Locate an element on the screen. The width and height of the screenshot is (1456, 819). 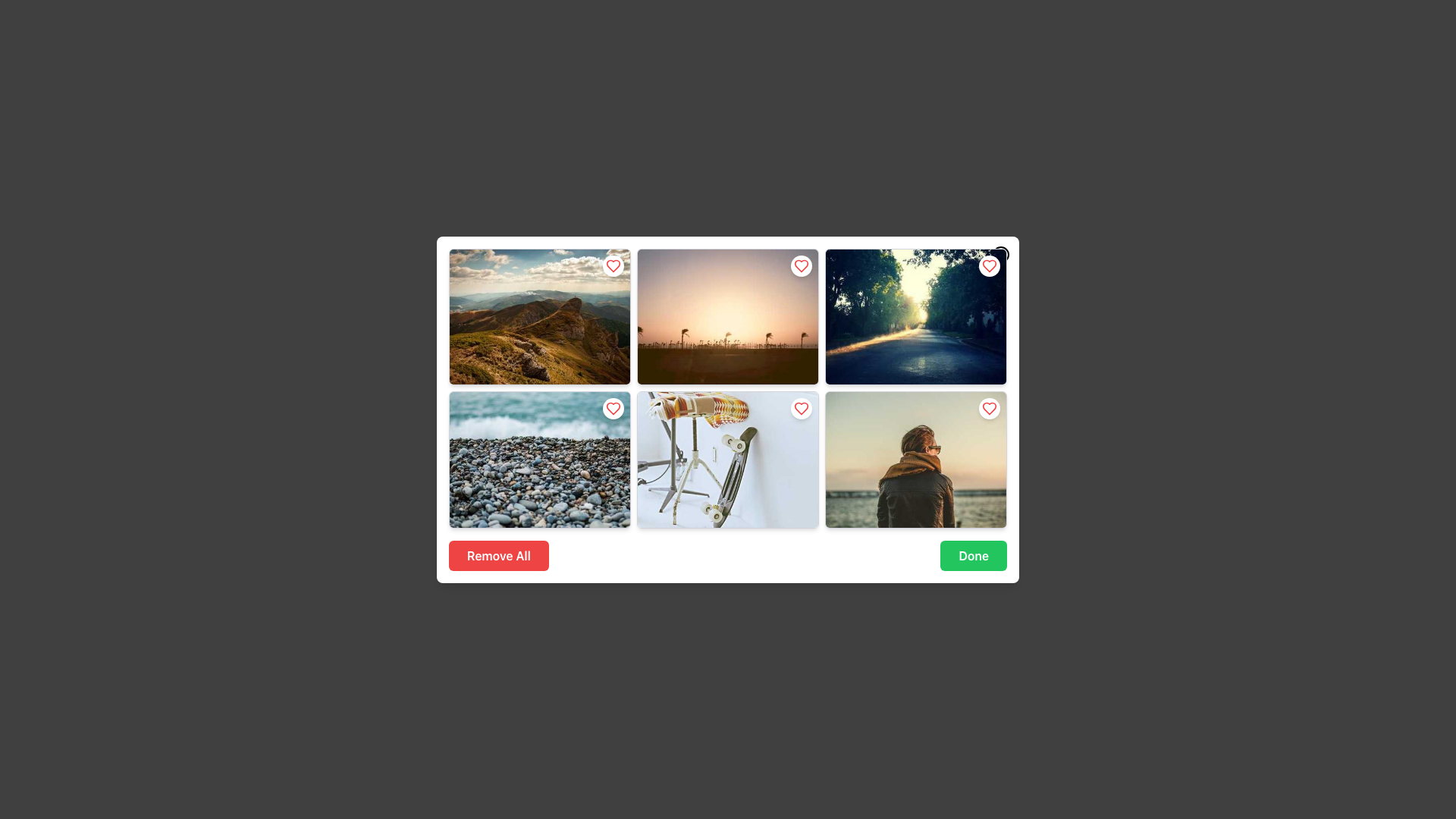
the 'Remove All' button is located at coordinates (498, 555).